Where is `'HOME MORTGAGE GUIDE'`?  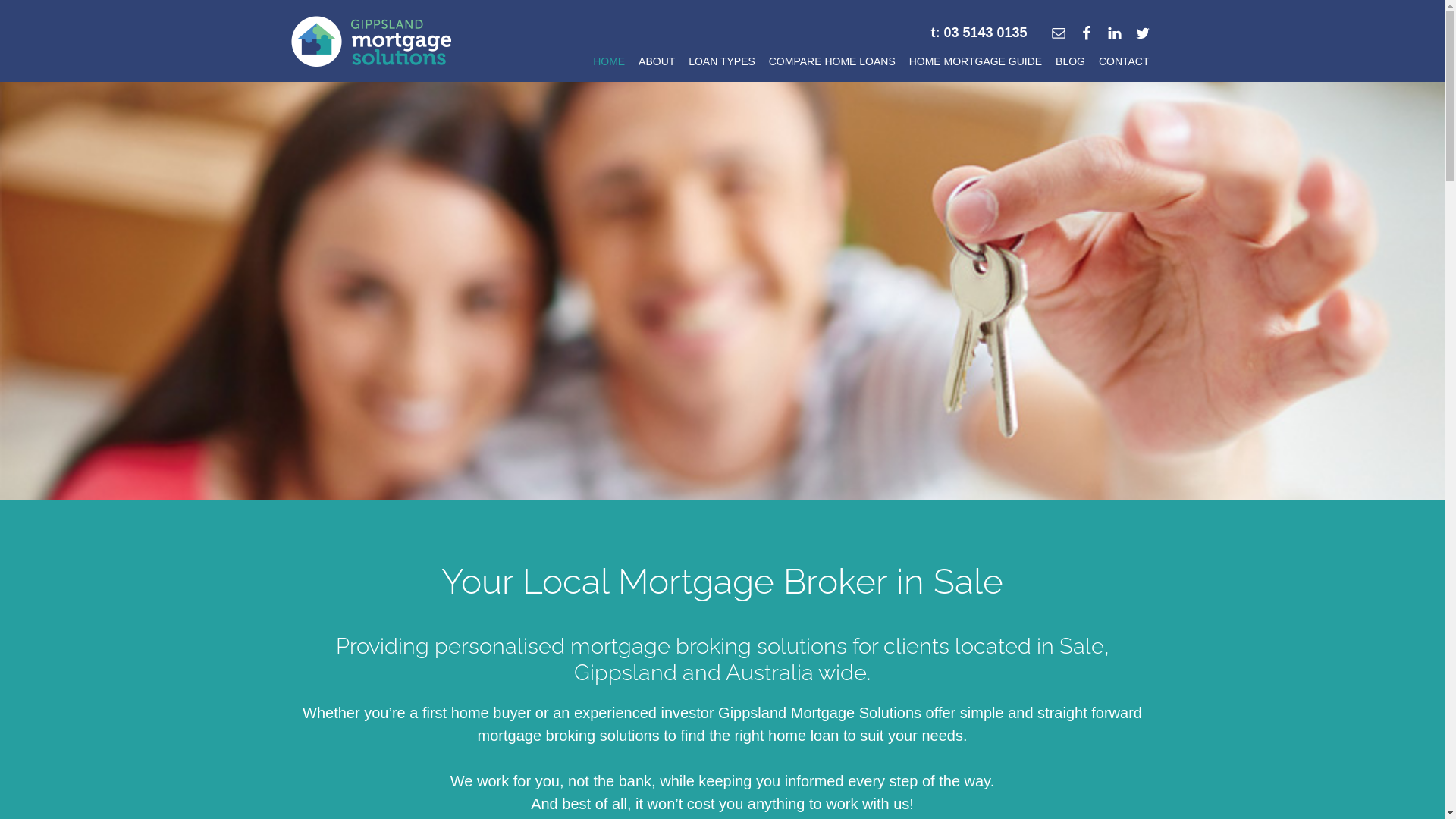
'HOME MORTGAGE GUIDE' is located at coordinates (975, 64).